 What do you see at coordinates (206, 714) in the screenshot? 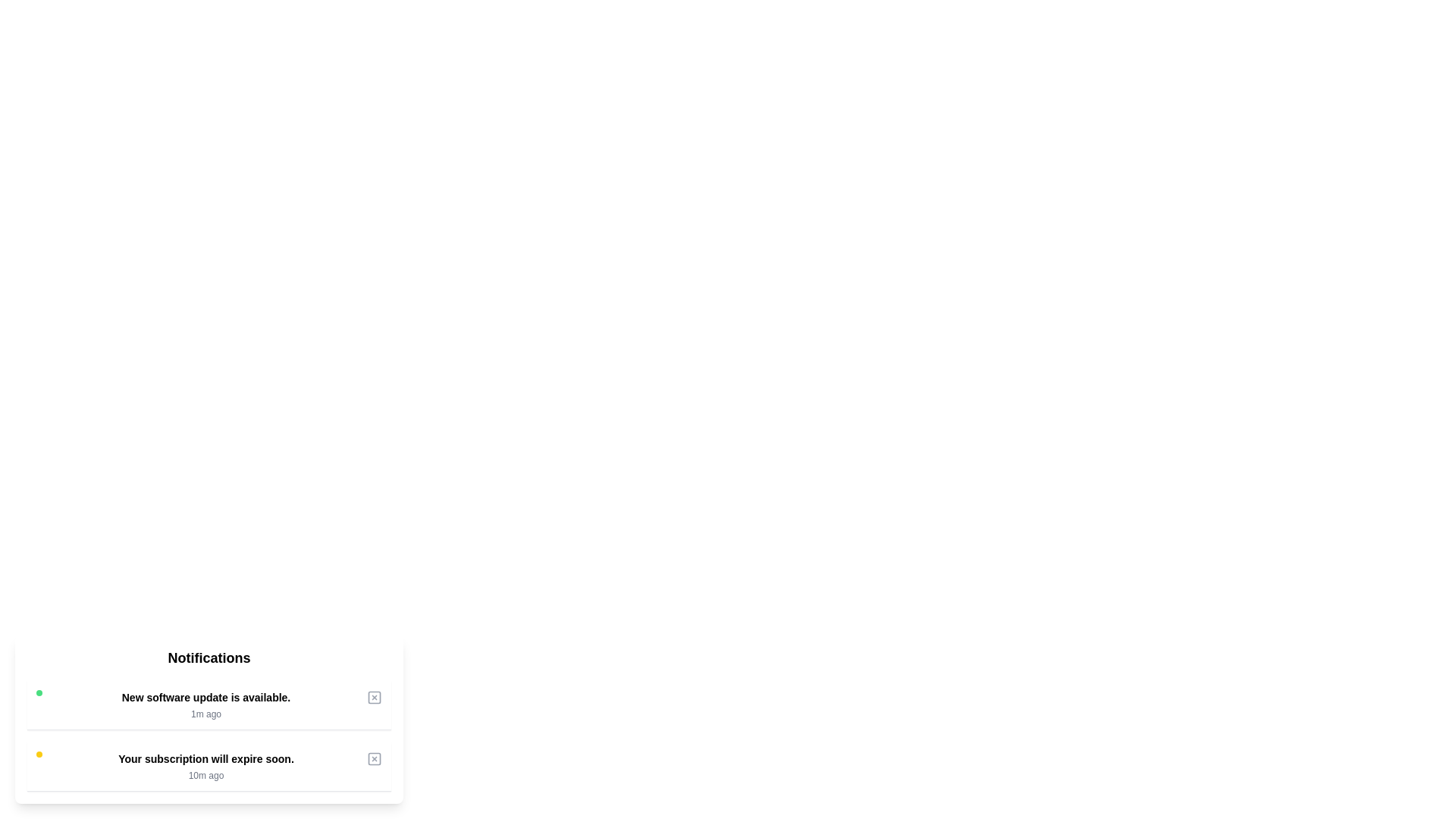
I see `the timestamp text label displaying '1m ago', which is located below the notification message 'New software update is available.'` at bounding box center [206, 714].